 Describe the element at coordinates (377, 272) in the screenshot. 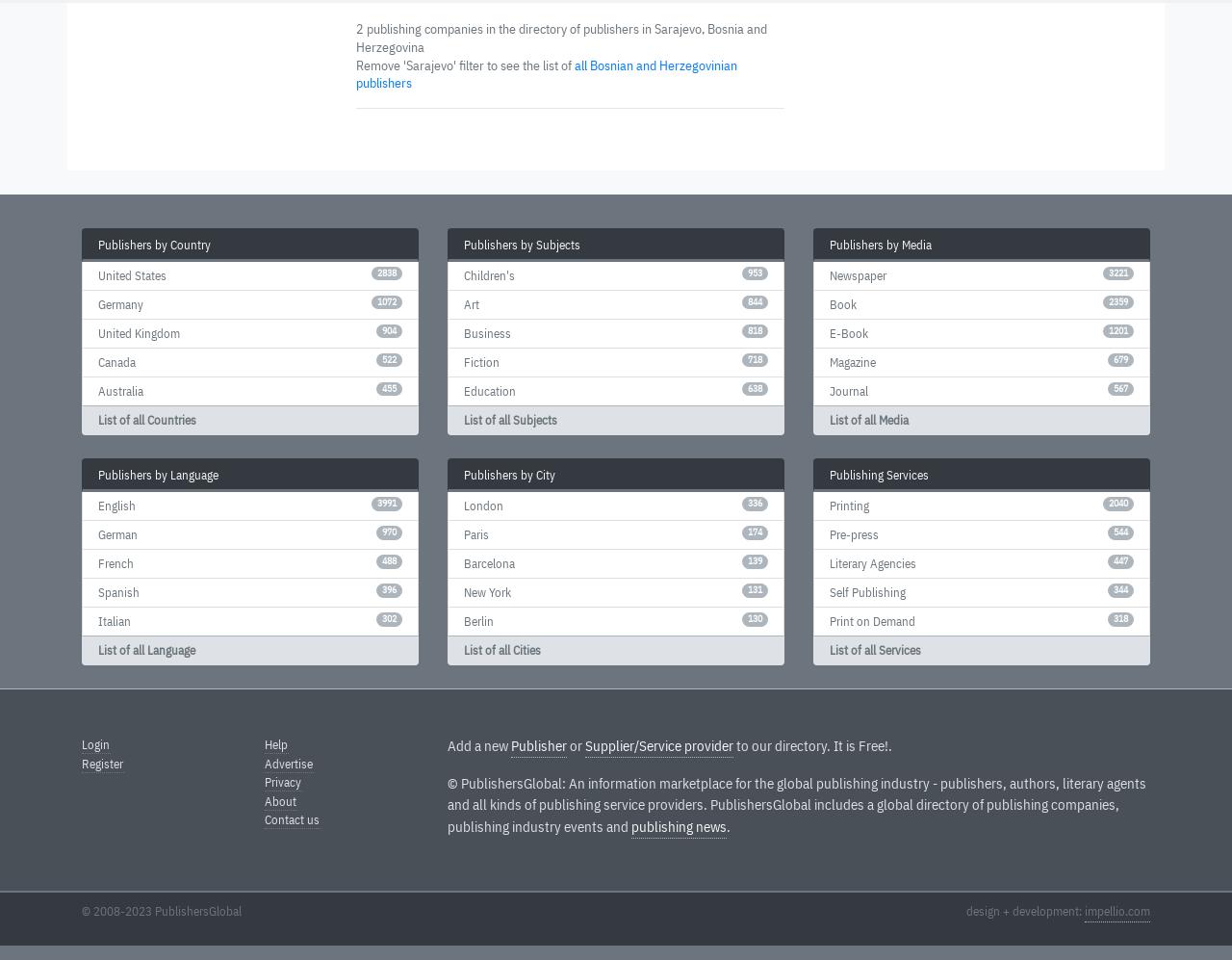

I see `'2838'` at that location.